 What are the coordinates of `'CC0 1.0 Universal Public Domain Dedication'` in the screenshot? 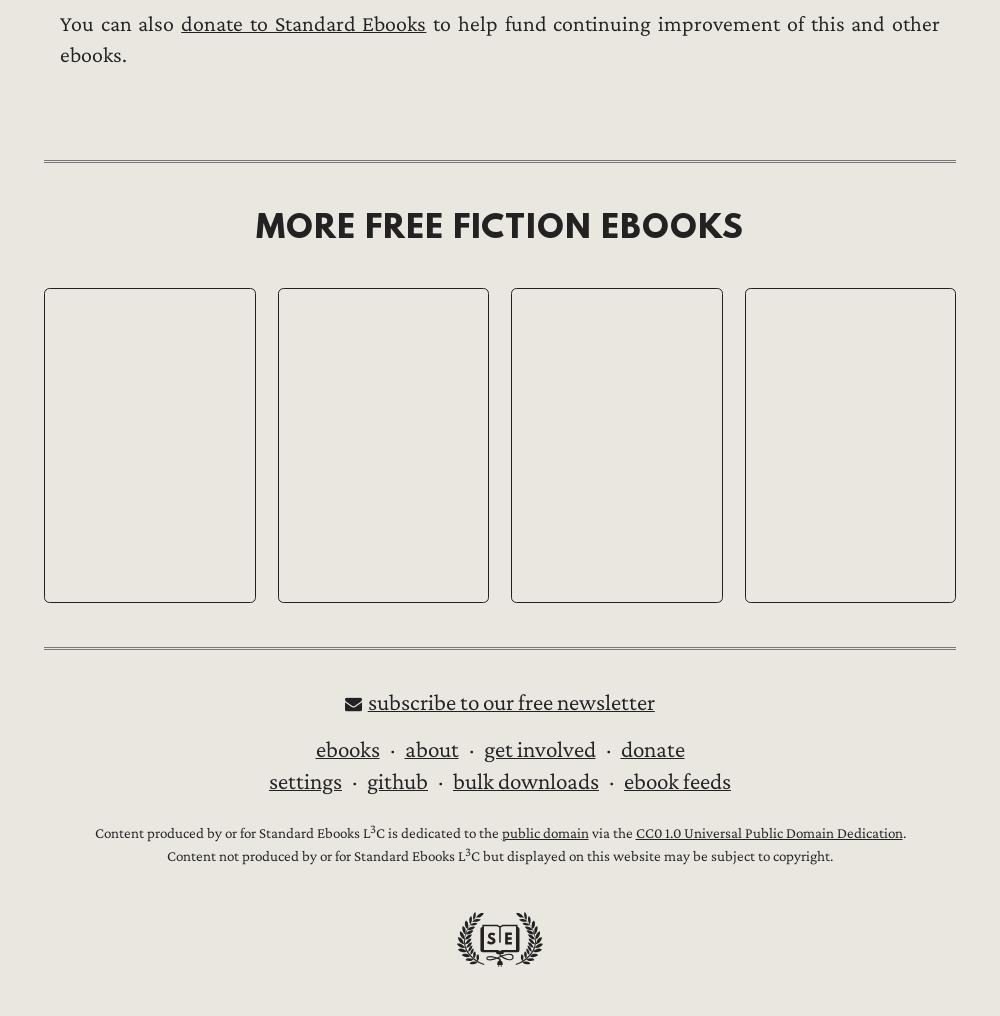 It's located at (768, 833).